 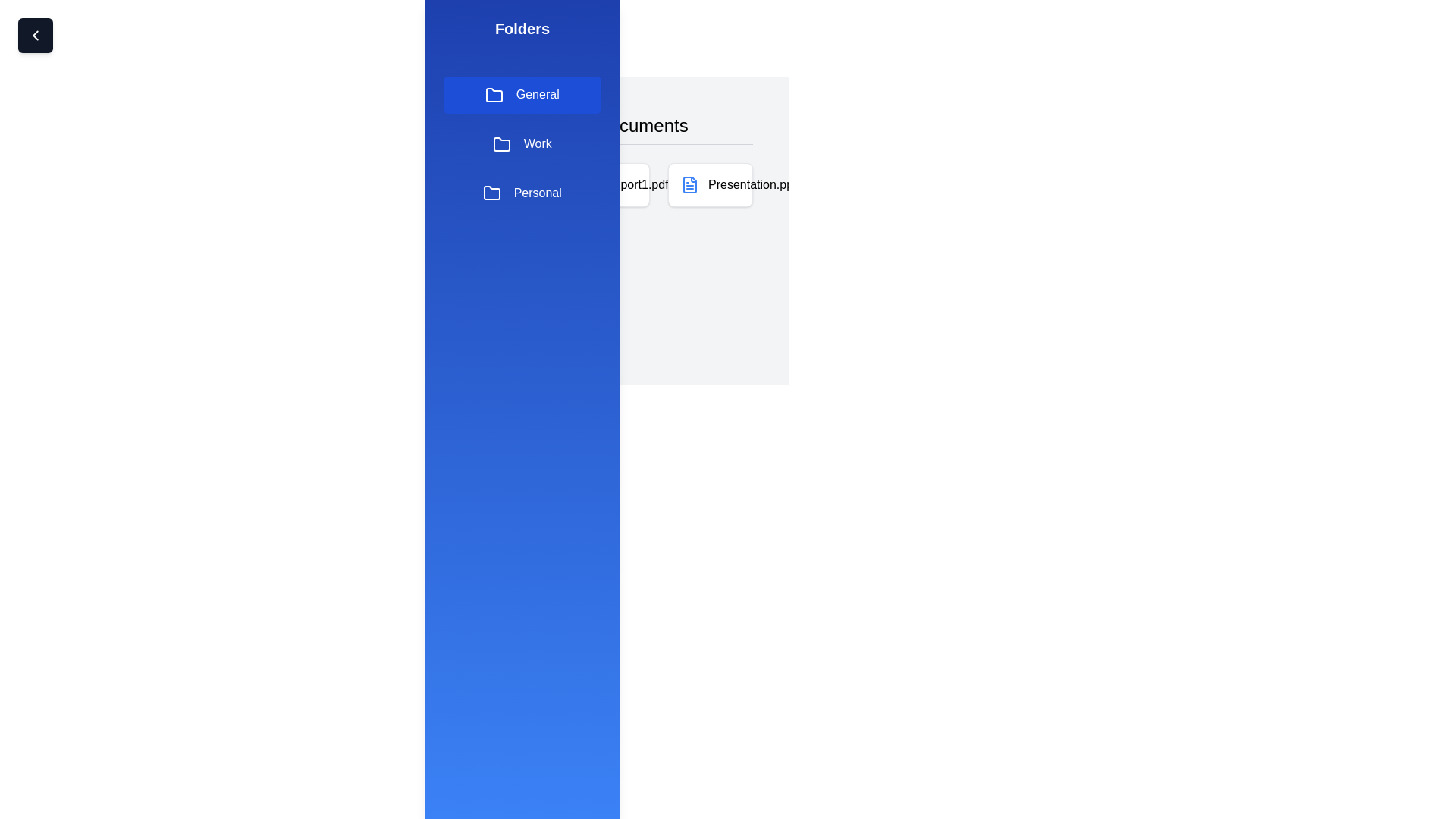 What do you see at coordinates (494, 95) in the screenshot?
I see `the icon representing the folder associated with the 'General' label, located in the sidebar next to the button-style item with a highlighted blue background` at bounding box center [494, 95].